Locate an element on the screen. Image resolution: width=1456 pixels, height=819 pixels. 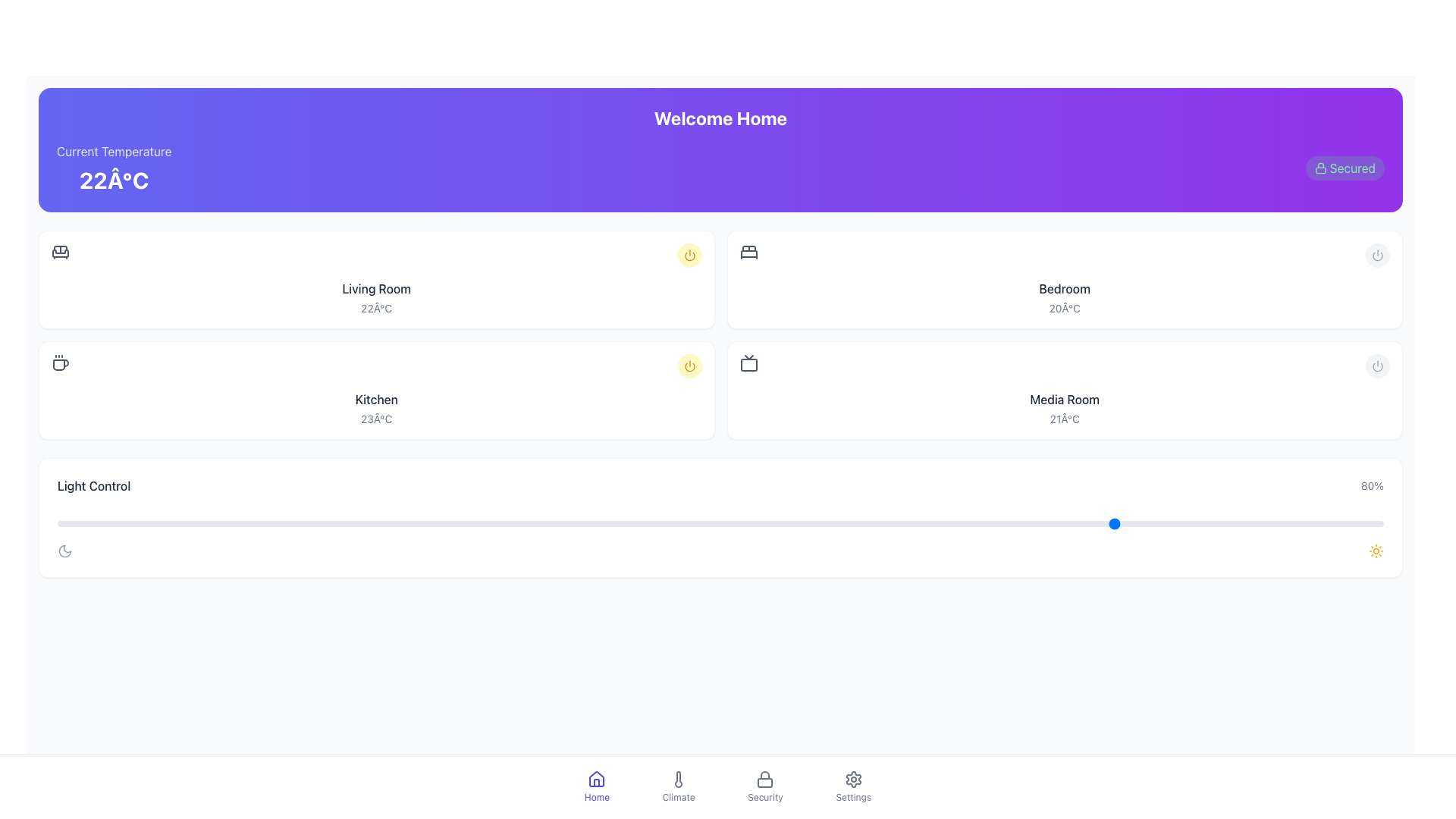
the 'Climate' button located in the bottom center navigation bar is located at coordinates (678, 786).